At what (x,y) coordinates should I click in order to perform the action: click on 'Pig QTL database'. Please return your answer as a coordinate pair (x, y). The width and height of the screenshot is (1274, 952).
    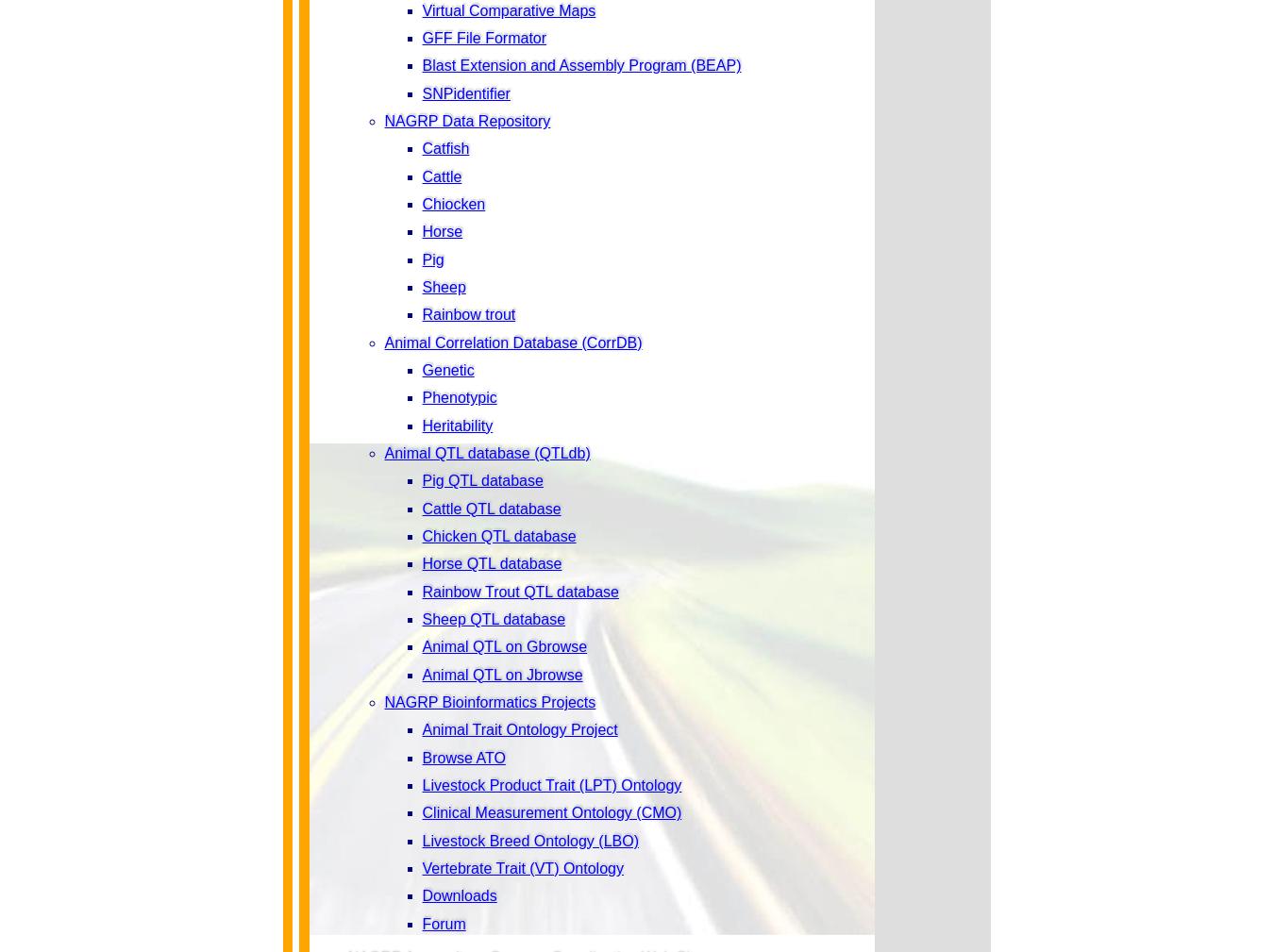
    Looking at the image, I should click on (480, 480).